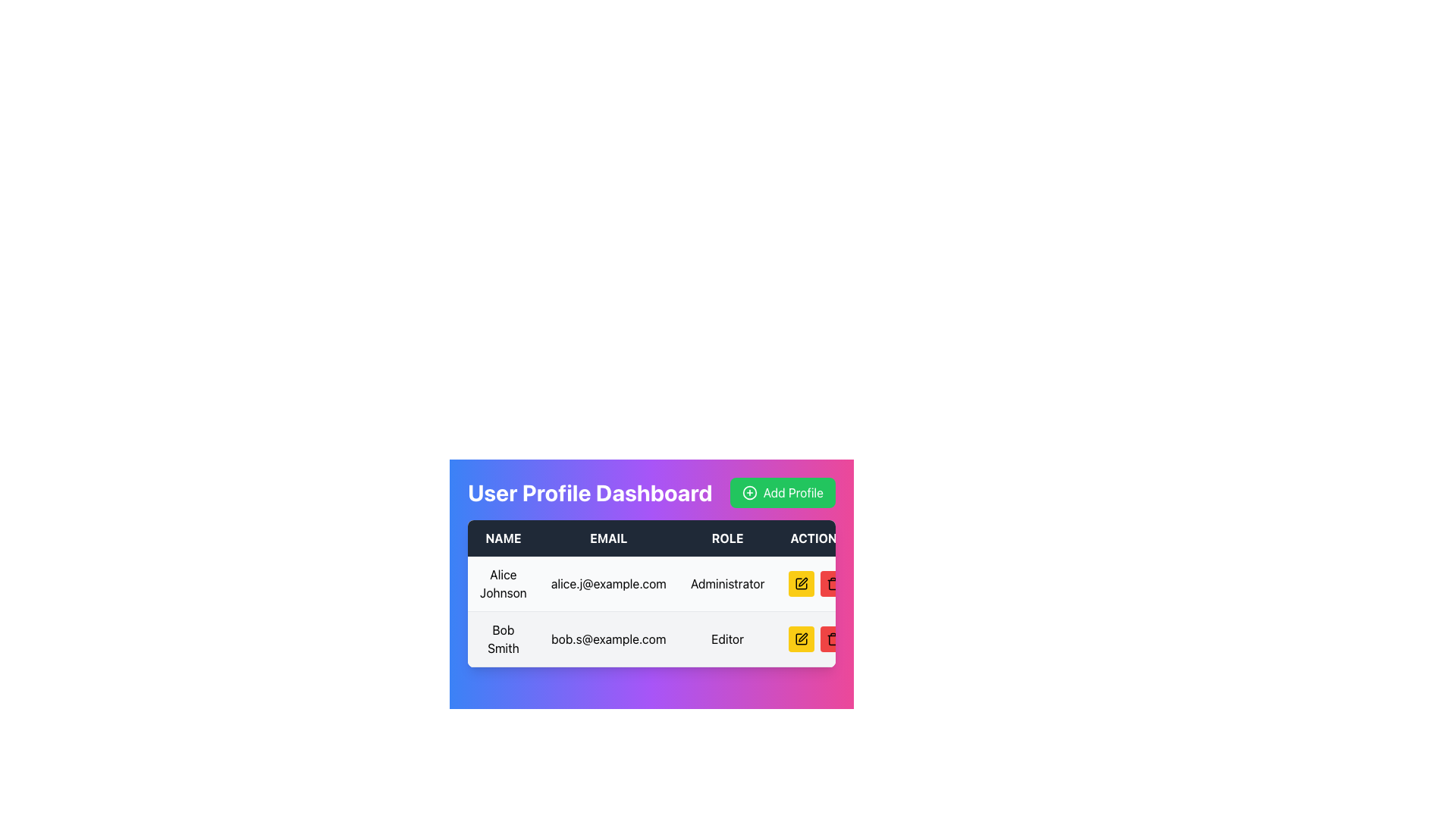  I want to click on the small yellow pen icon within the yellow action button in the 'ACTION' column of the user profile dashboard for user 'Bob Smith' to initiate editing, so click(802, 637).